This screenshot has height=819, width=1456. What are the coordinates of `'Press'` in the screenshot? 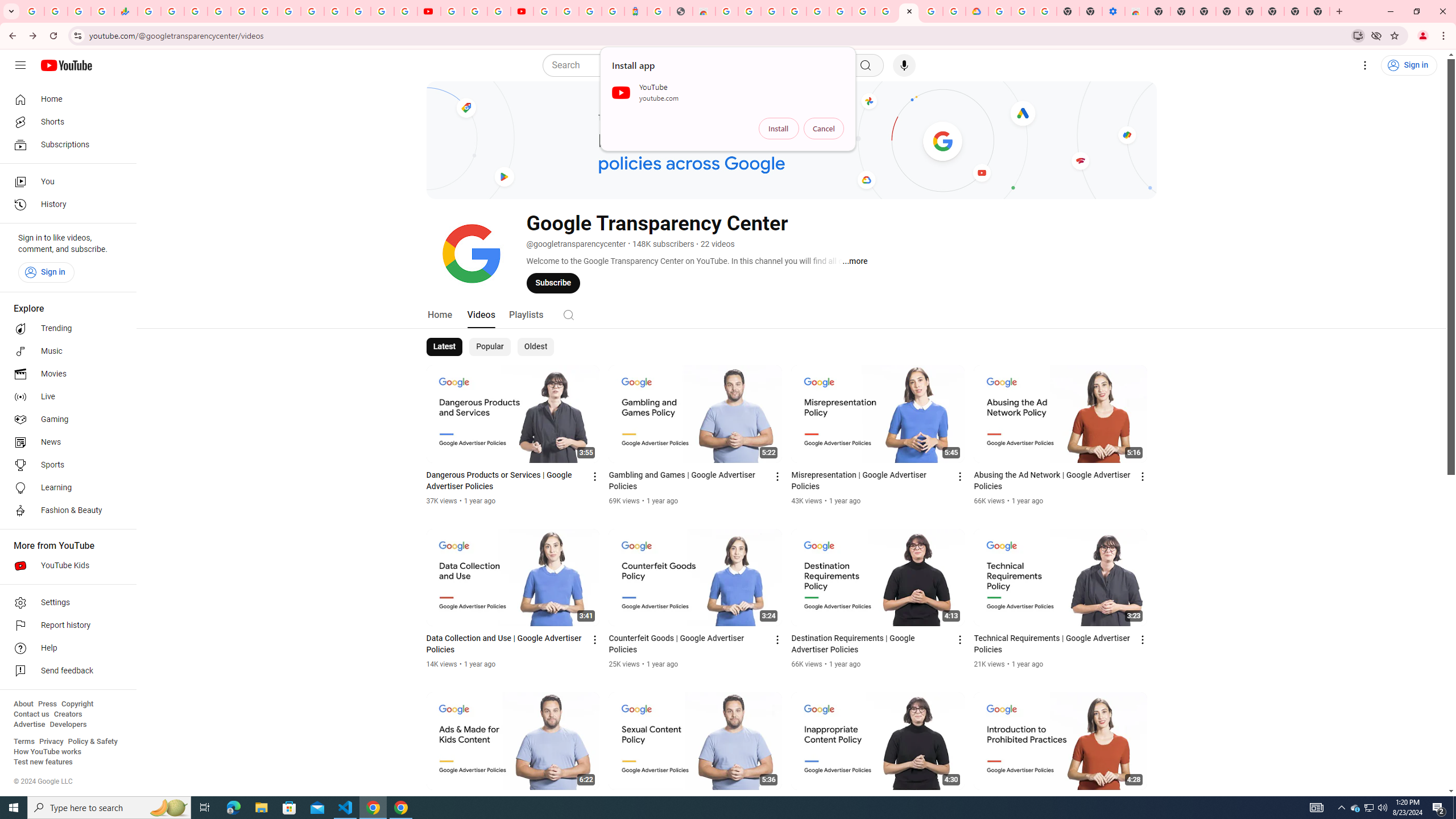 It's located at (47, 704).